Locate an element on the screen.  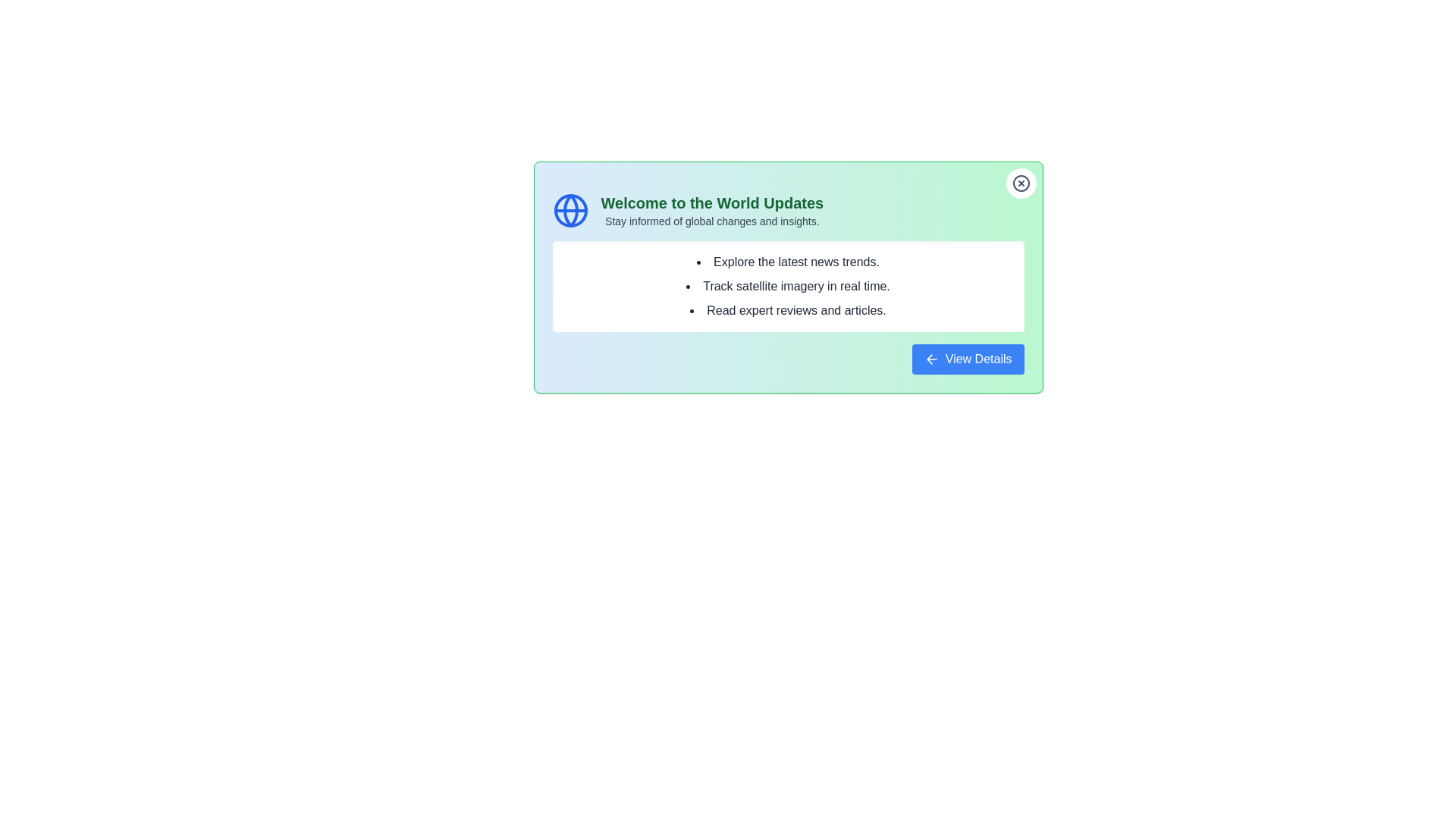
the close button to dismiss the alert is located at coordinates (1021, 183).